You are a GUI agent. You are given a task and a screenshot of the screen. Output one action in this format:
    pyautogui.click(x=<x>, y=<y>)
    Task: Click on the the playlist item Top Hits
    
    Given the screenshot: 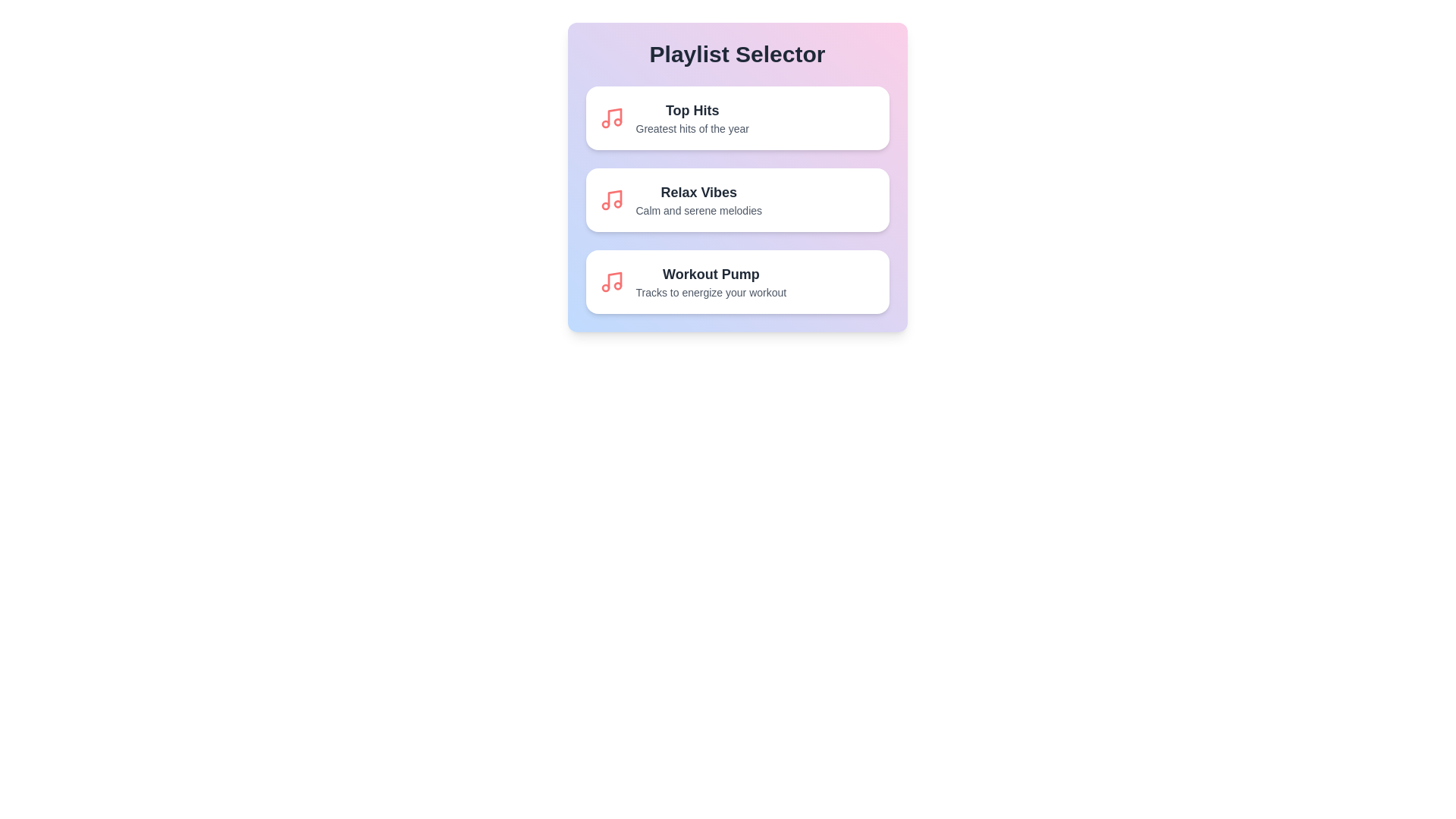 What is the action you would take?
    pyautogui.click(x=737, y=117)
    